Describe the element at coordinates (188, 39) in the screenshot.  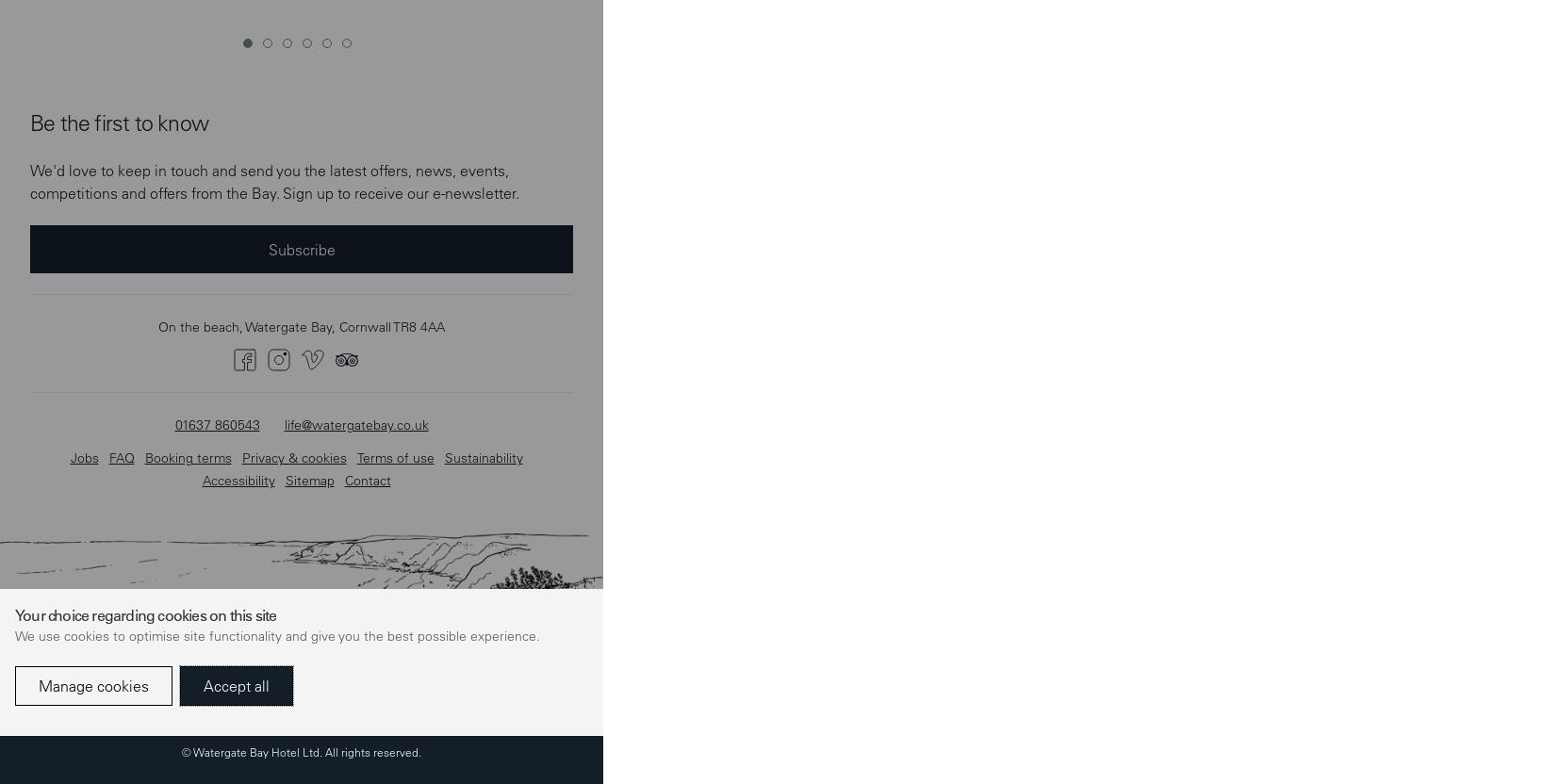
I see `'Booking terms'` at that location.